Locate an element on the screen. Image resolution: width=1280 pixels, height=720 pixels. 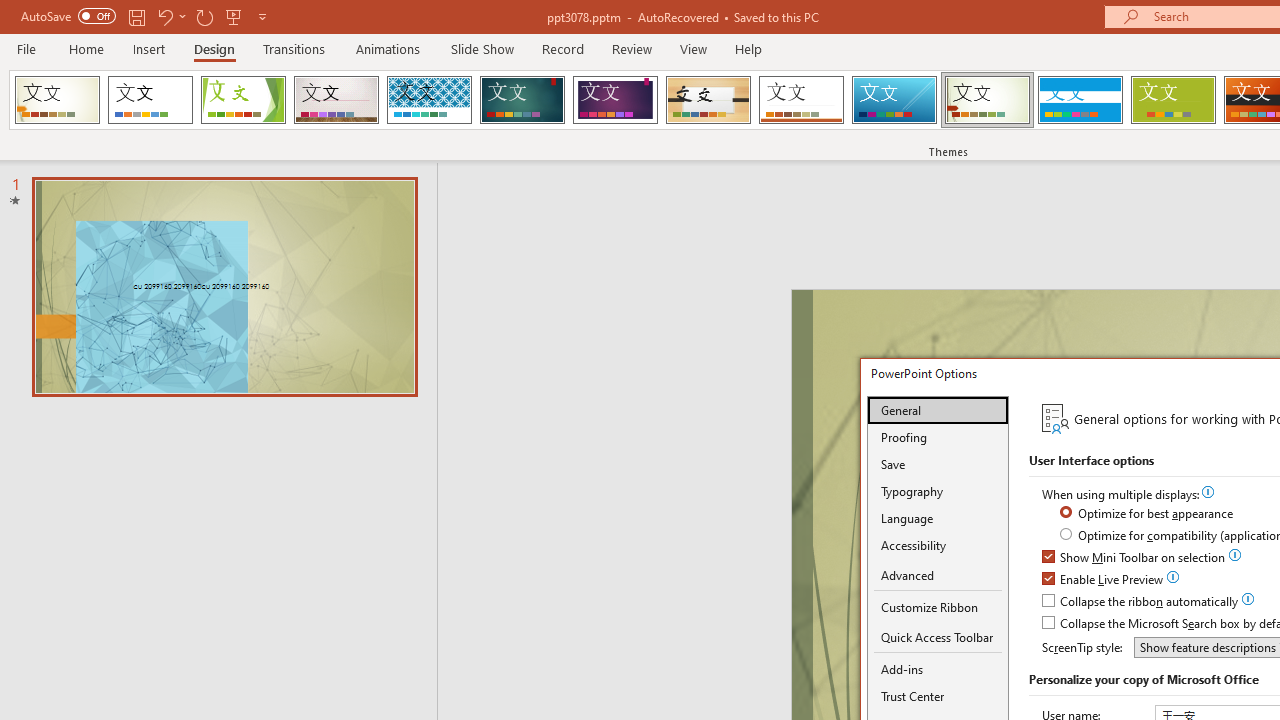
'Facet' is located at coordinates (242, 100).